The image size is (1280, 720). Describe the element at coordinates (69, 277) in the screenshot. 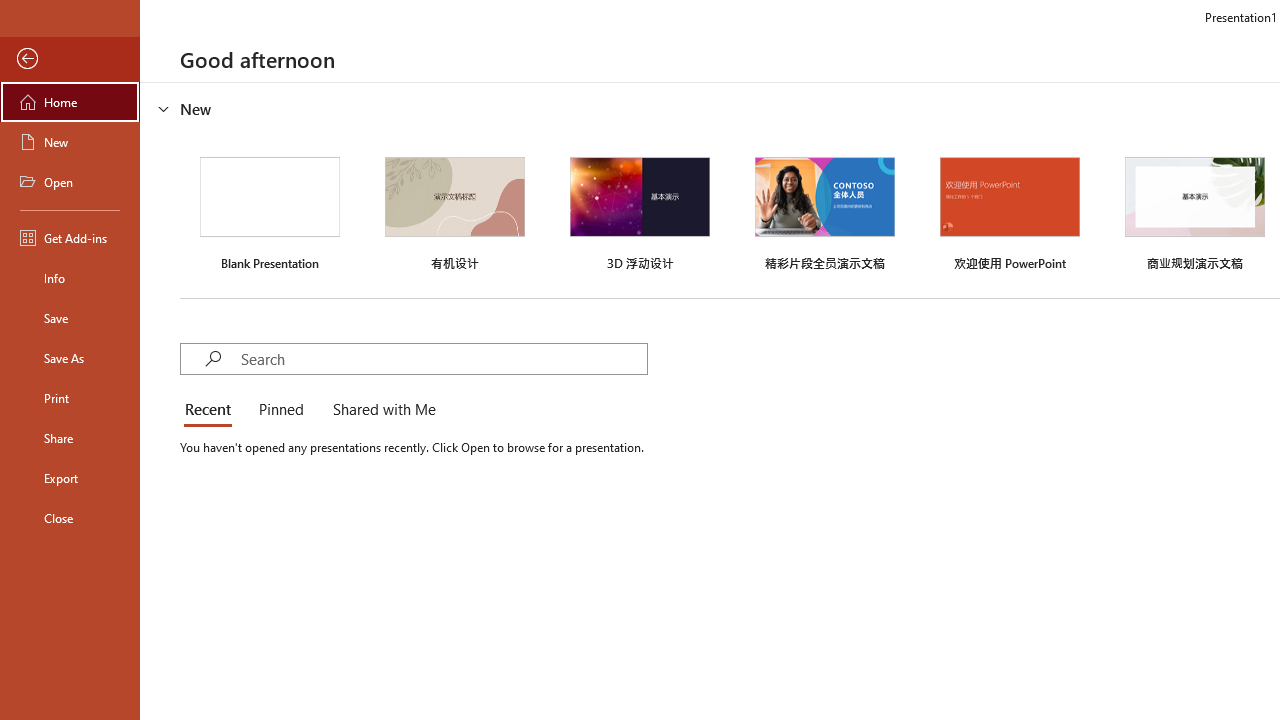

I see `'Info'` at that location.